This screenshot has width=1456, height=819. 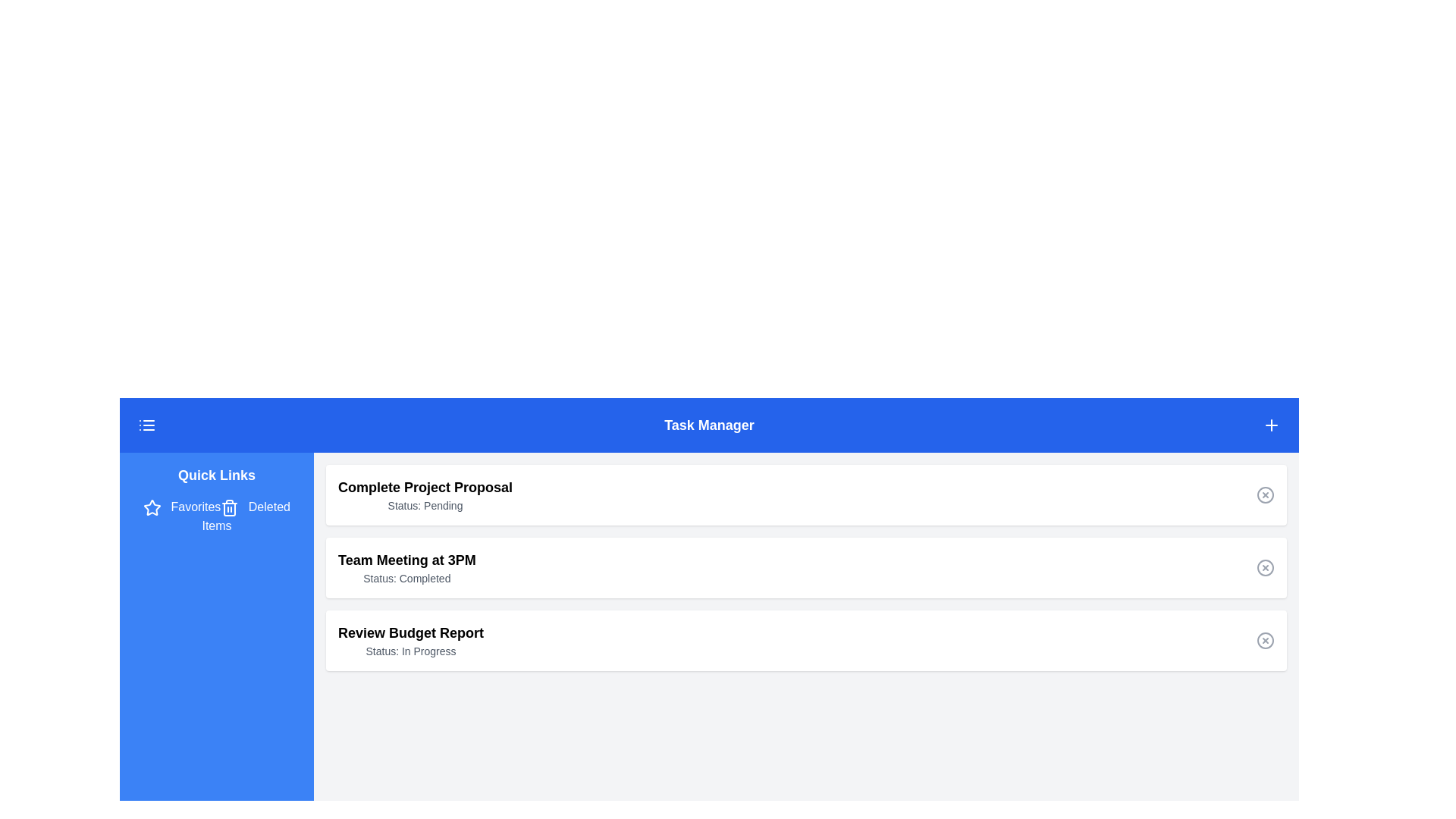 What do you see at coordinates (229, 507) in the screenshot?
I see `the trash can icon located in the Quick Links section of the blue navigation panel` at bounding box center [229, 507].